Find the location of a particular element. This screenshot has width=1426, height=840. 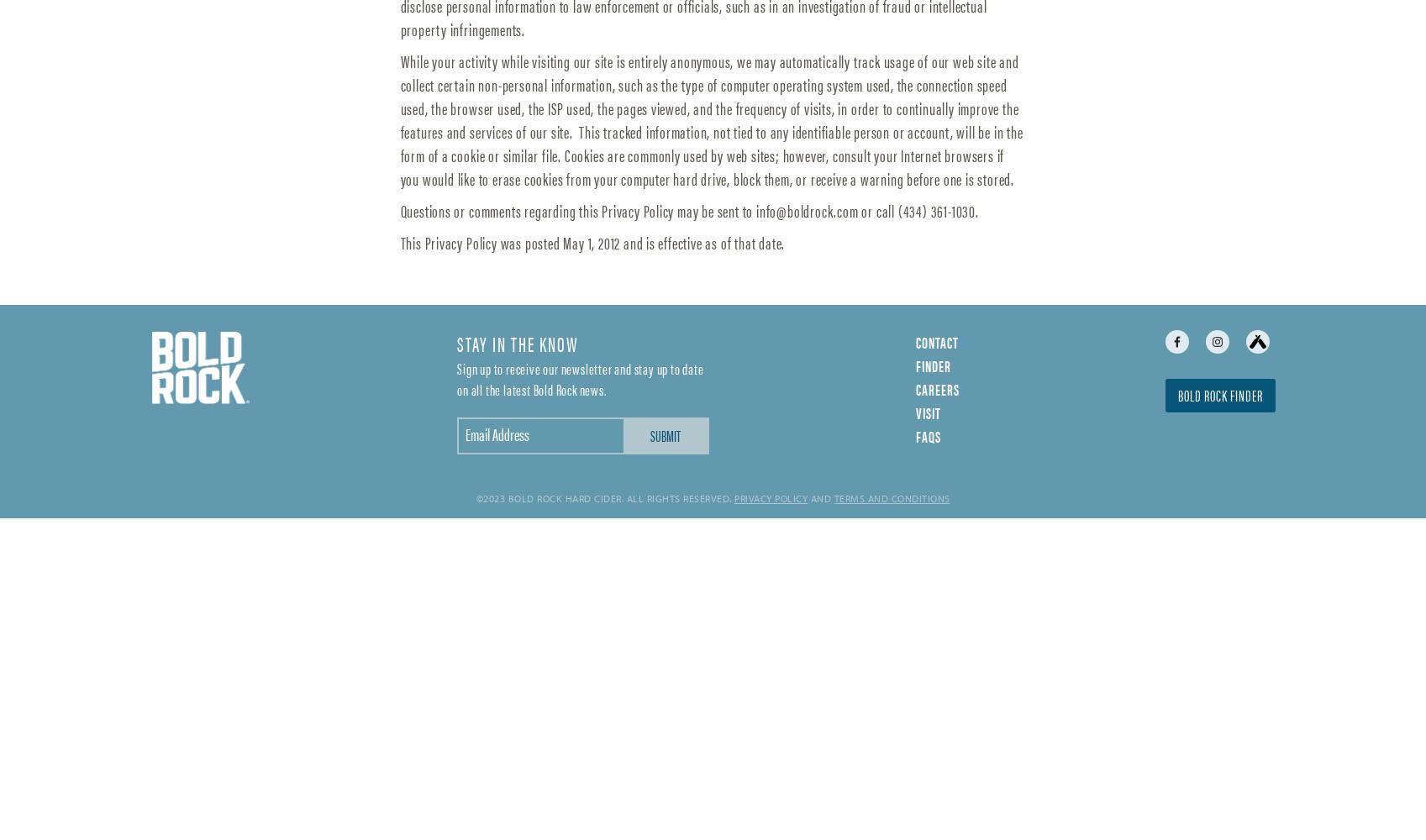

'This Privacy Policy was posted May 1, 2012 and is effective as of that date.' is located at coordinates (400, 241).